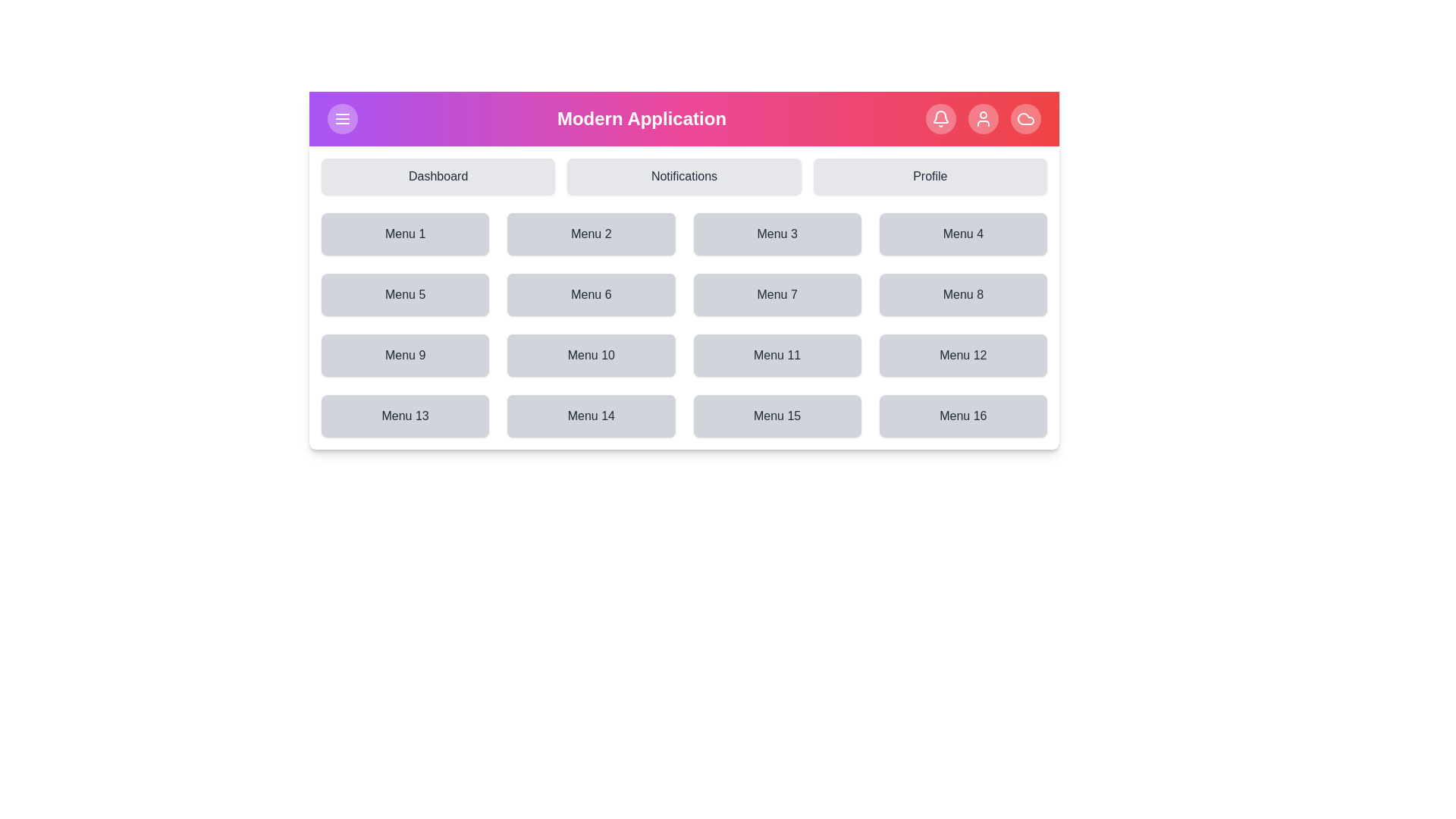 The height and width of the screenshot is (819, 1456). I want to click on the Cloud icon in the top navigation bar, so click(1026, 118).